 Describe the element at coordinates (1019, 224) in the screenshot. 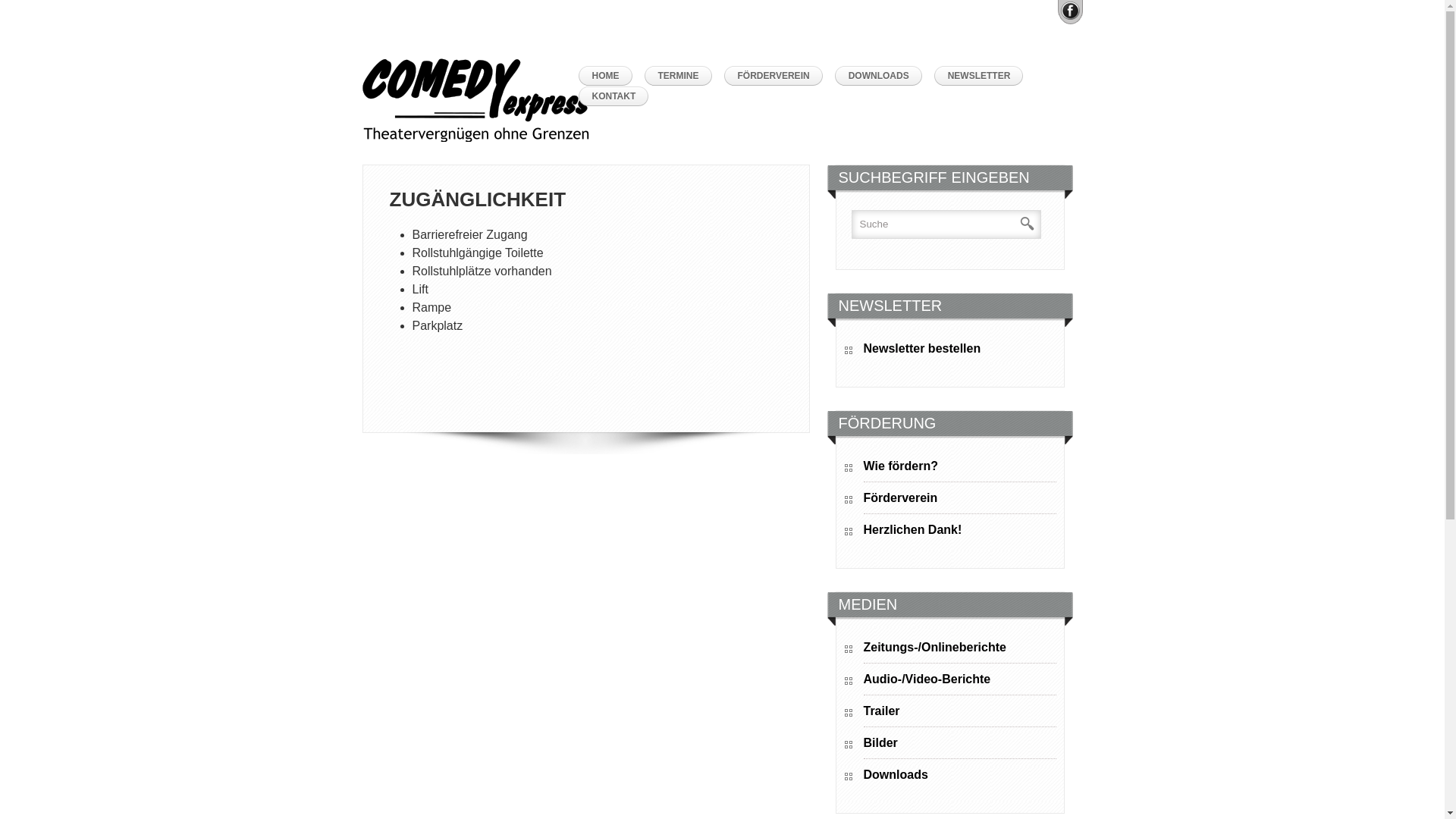

I see `'Search'` at that location.